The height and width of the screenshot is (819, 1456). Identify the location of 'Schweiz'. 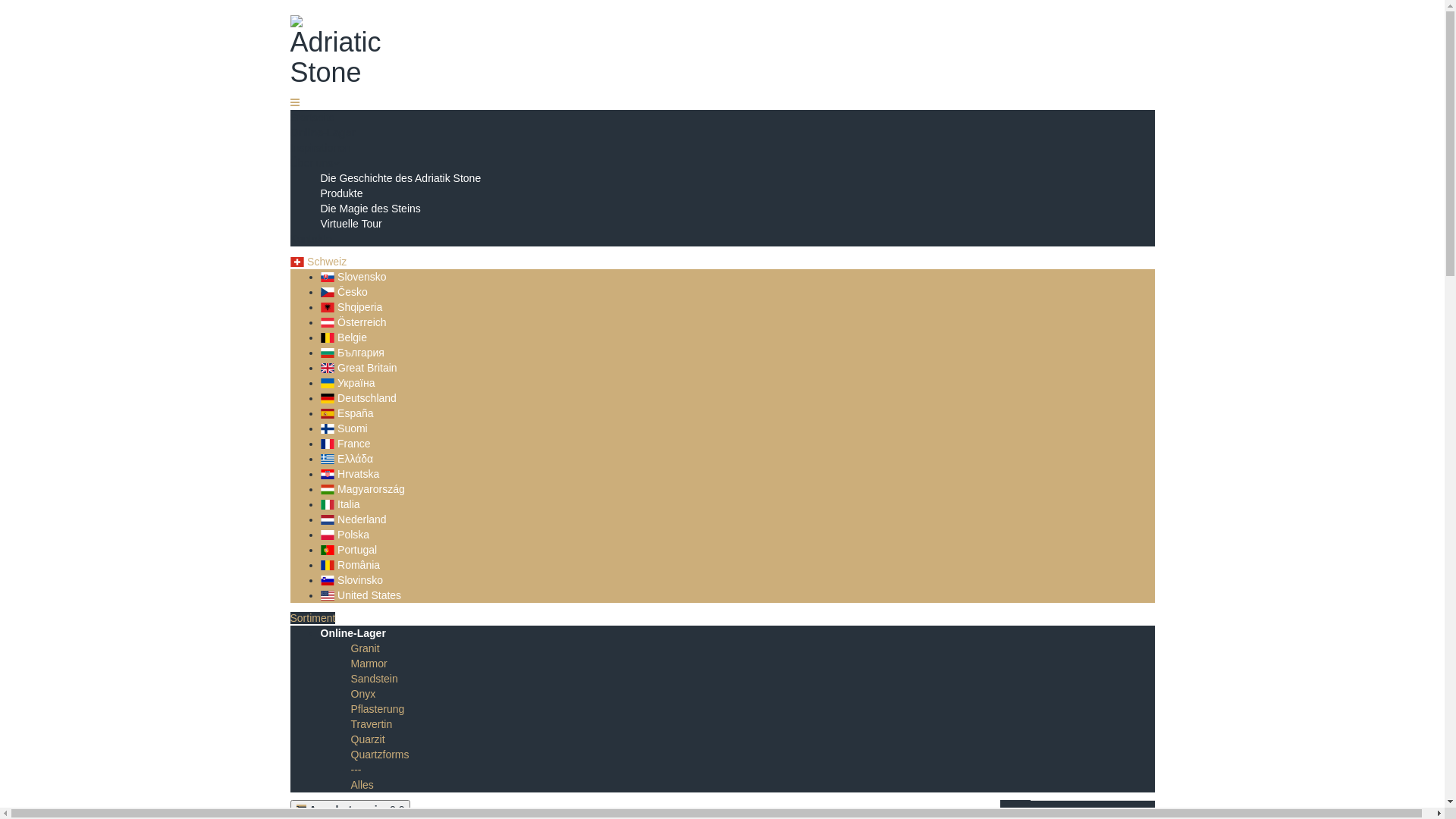
(290, 260).